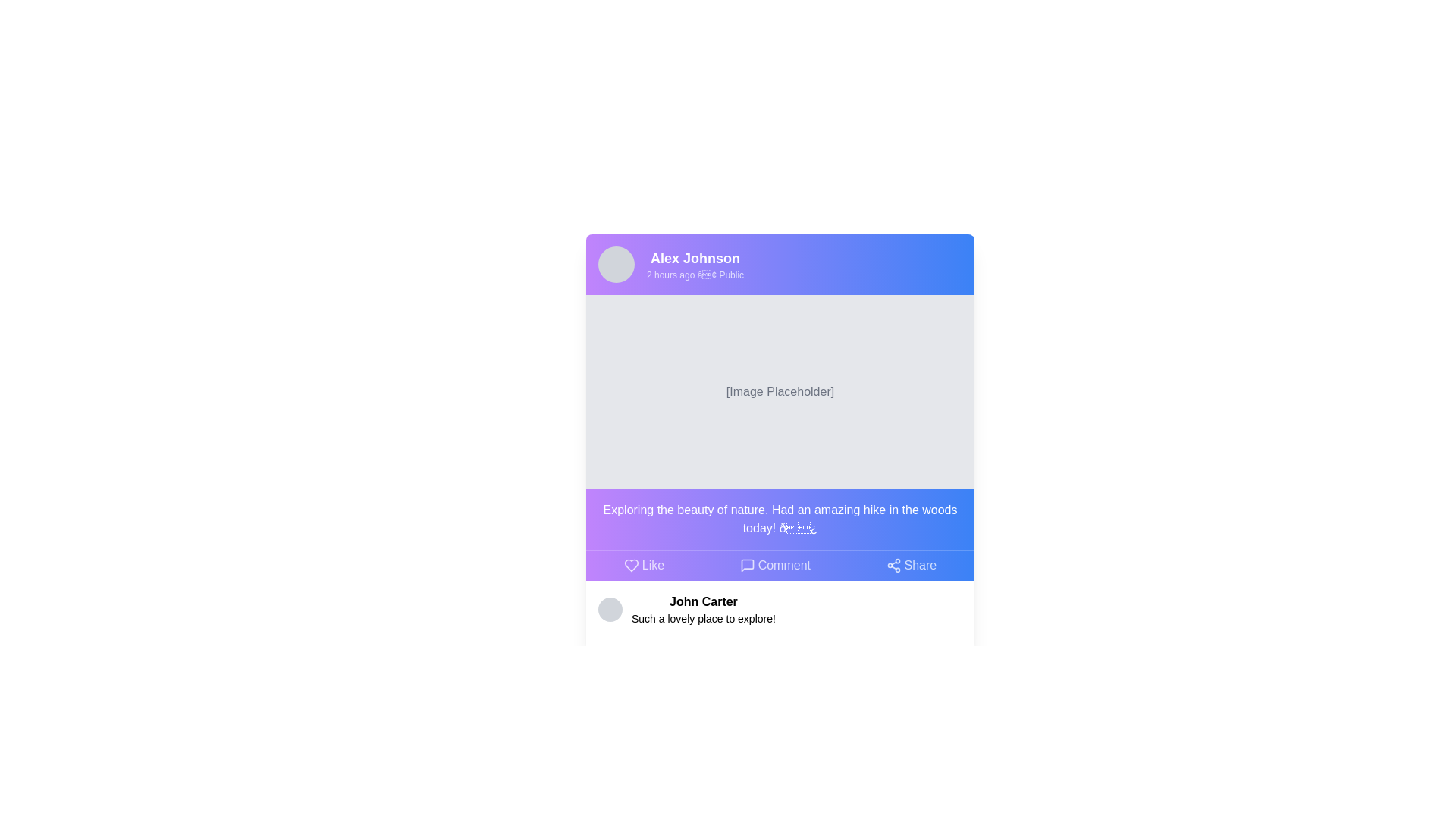 The width and height of the screenshot is (1456, 819). What do you see at coordinates (694, 275) in the screenshot?
I see `the text label displaying '2 hours ago • Public', which is located below the user's name 'Alex Johnson' and above a gray circular user avatar in the content card` at bounding box center [694, 275].